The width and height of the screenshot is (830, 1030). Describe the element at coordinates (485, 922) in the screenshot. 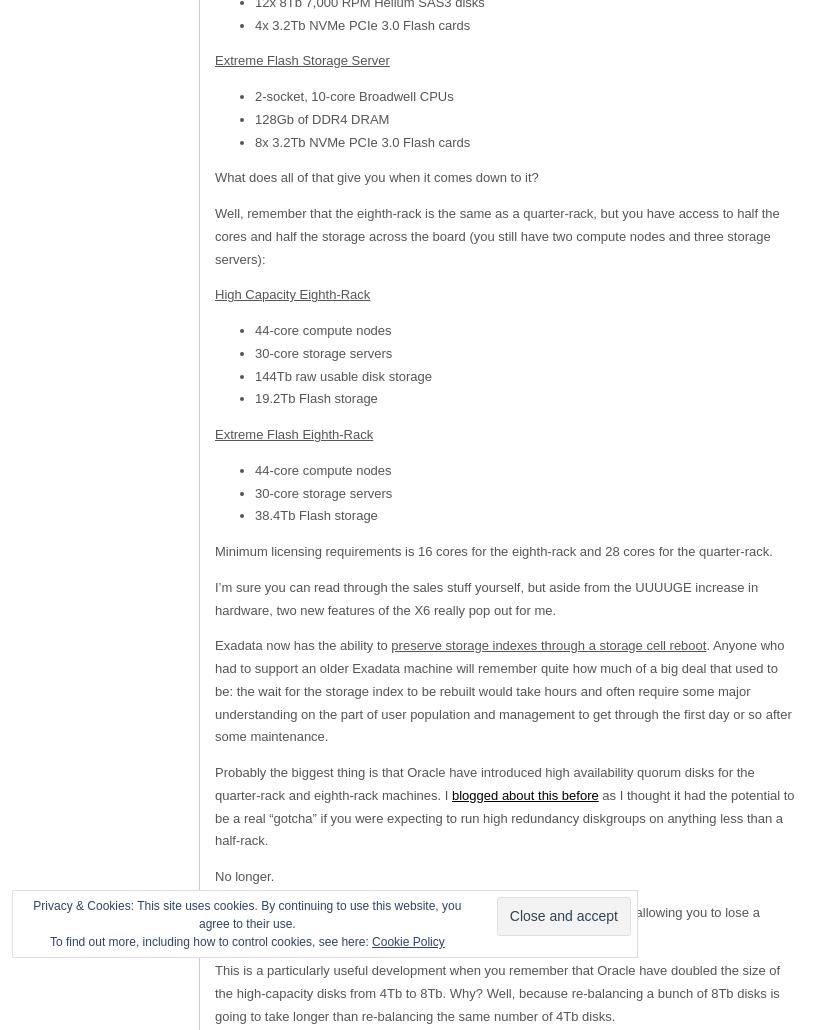

I see `'Now, a copy of the quorum disk is stored locally on each database node, allowing you to lose a storage cell and still be able to maintain your high redundancy.'` at that location.